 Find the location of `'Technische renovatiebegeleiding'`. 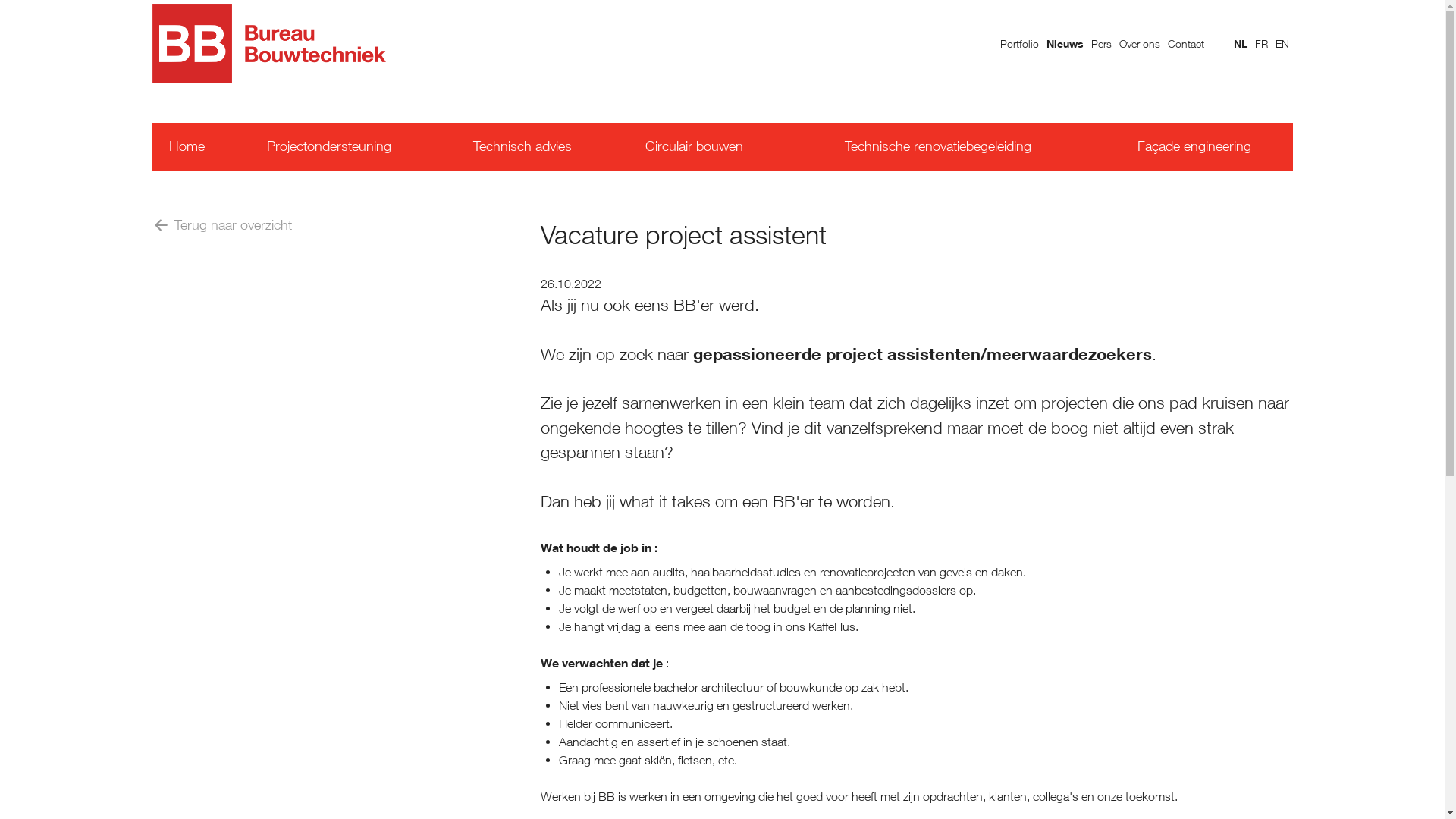

'Technische renovatiebegeleiding' is located at coordinates (937, 146).